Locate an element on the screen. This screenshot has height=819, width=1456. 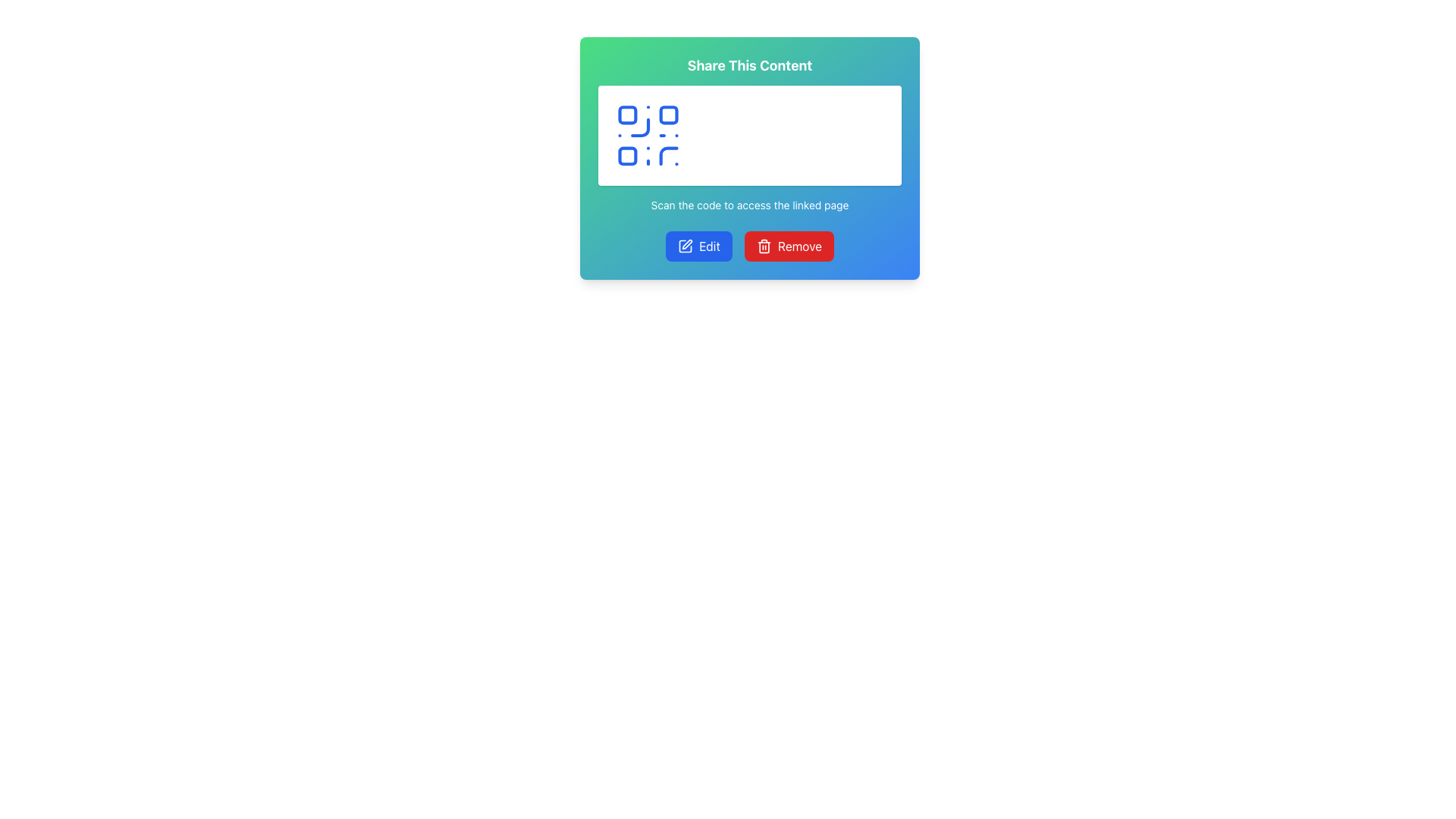
the top-right square element of the QR code, which is part of its decorative and functional design is located at coordinates (668, 114).